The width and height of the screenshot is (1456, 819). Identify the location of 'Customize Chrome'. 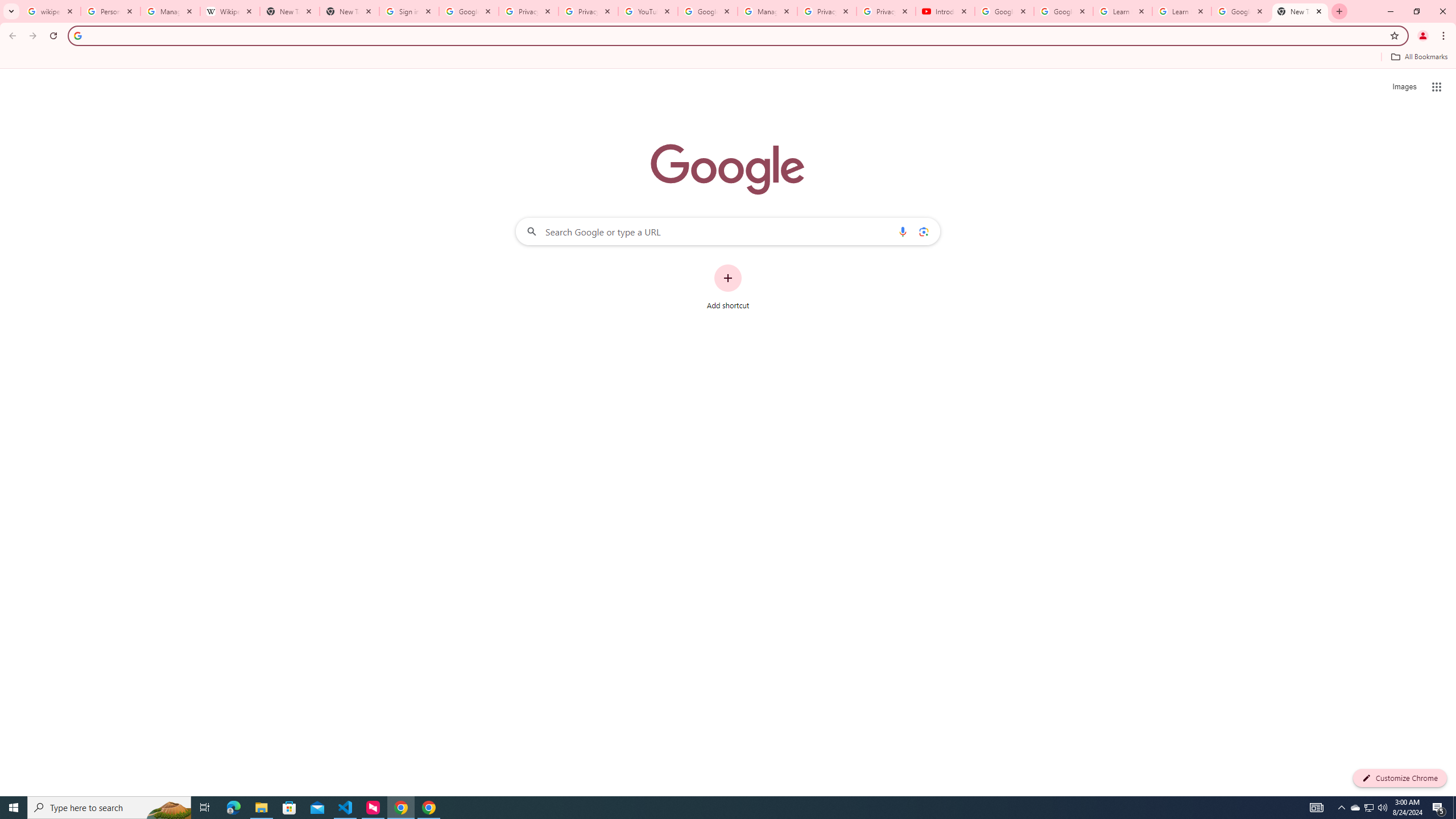
(1400, 777).